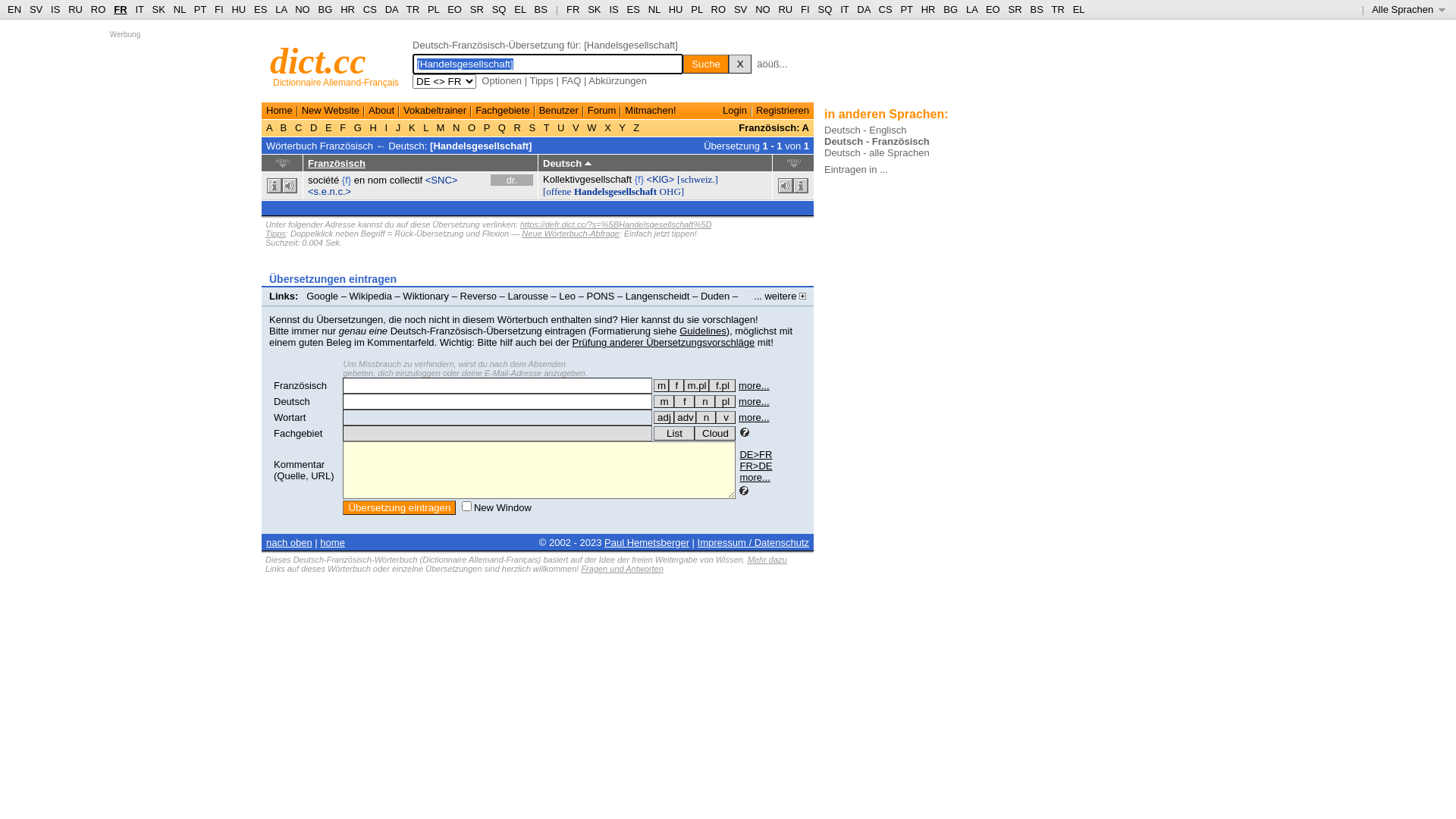  I want to click on 'f.pl', so click(721, 384).